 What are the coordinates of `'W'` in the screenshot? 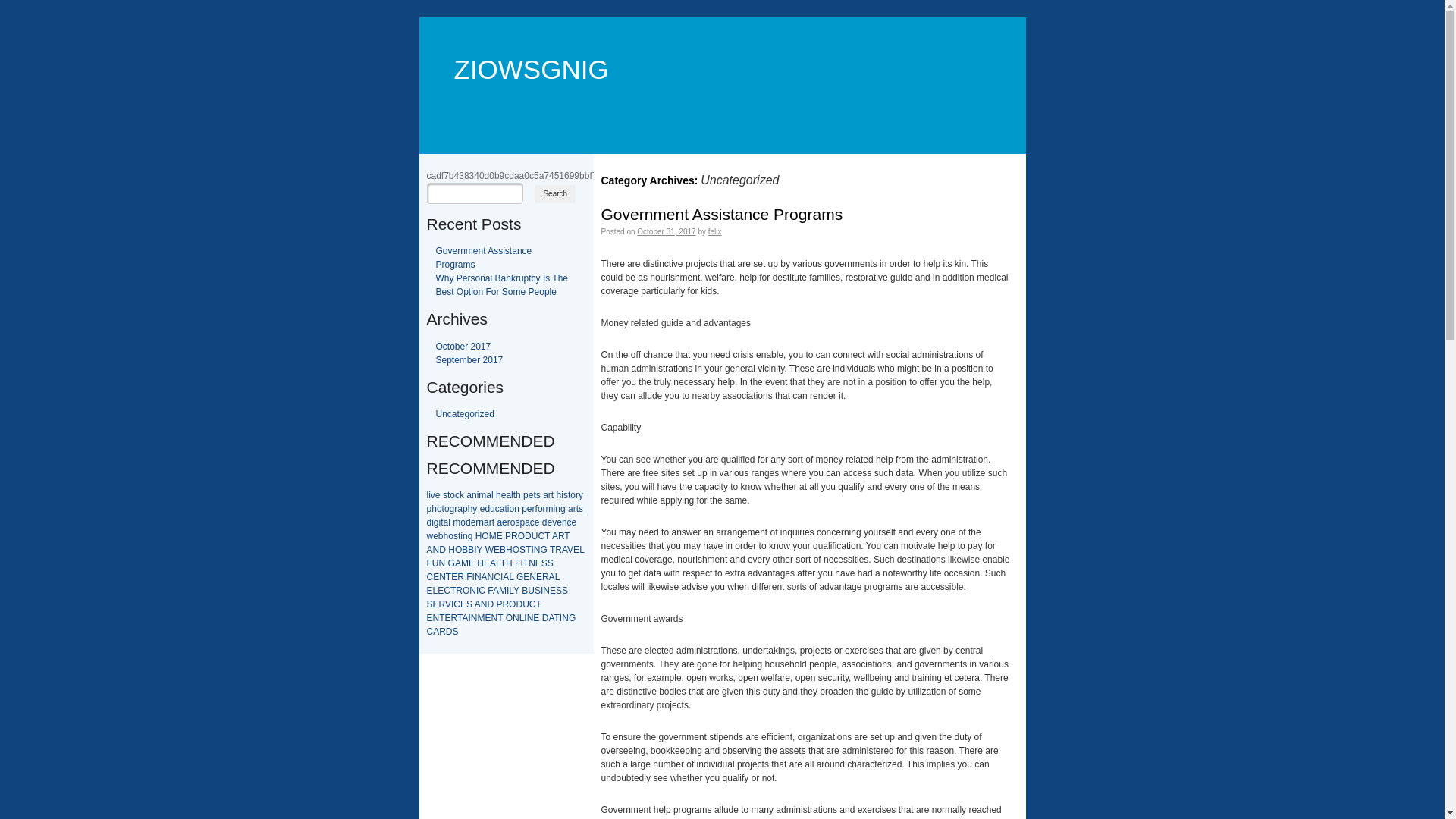 It's located at (489, 550).